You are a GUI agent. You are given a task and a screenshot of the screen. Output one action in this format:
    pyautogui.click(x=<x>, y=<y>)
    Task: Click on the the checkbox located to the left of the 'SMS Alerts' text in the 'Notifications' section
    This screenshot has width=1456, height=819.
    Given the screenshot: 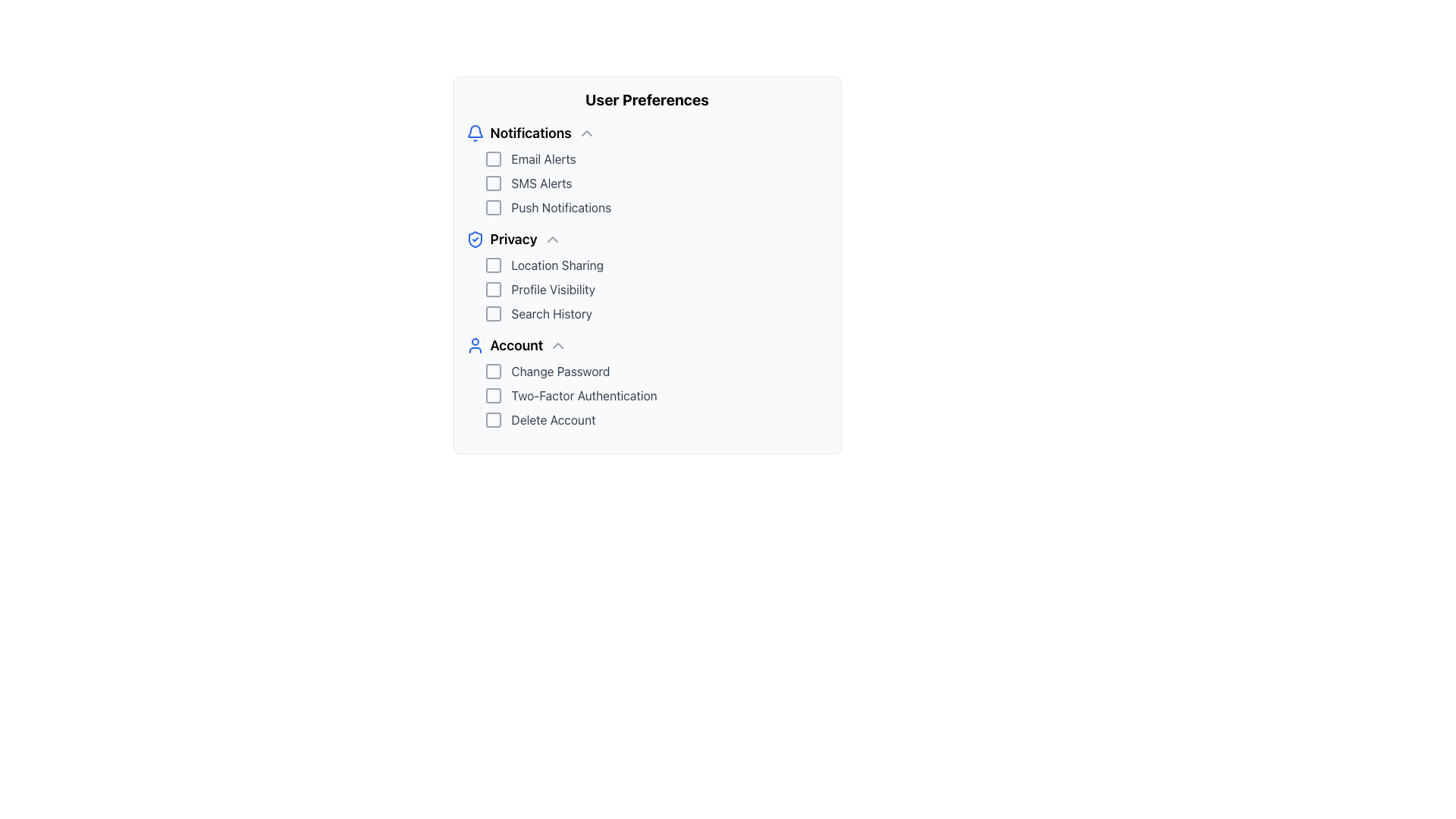 What is the action you would take?
    pyautogui.click(x=493, y=183)
    